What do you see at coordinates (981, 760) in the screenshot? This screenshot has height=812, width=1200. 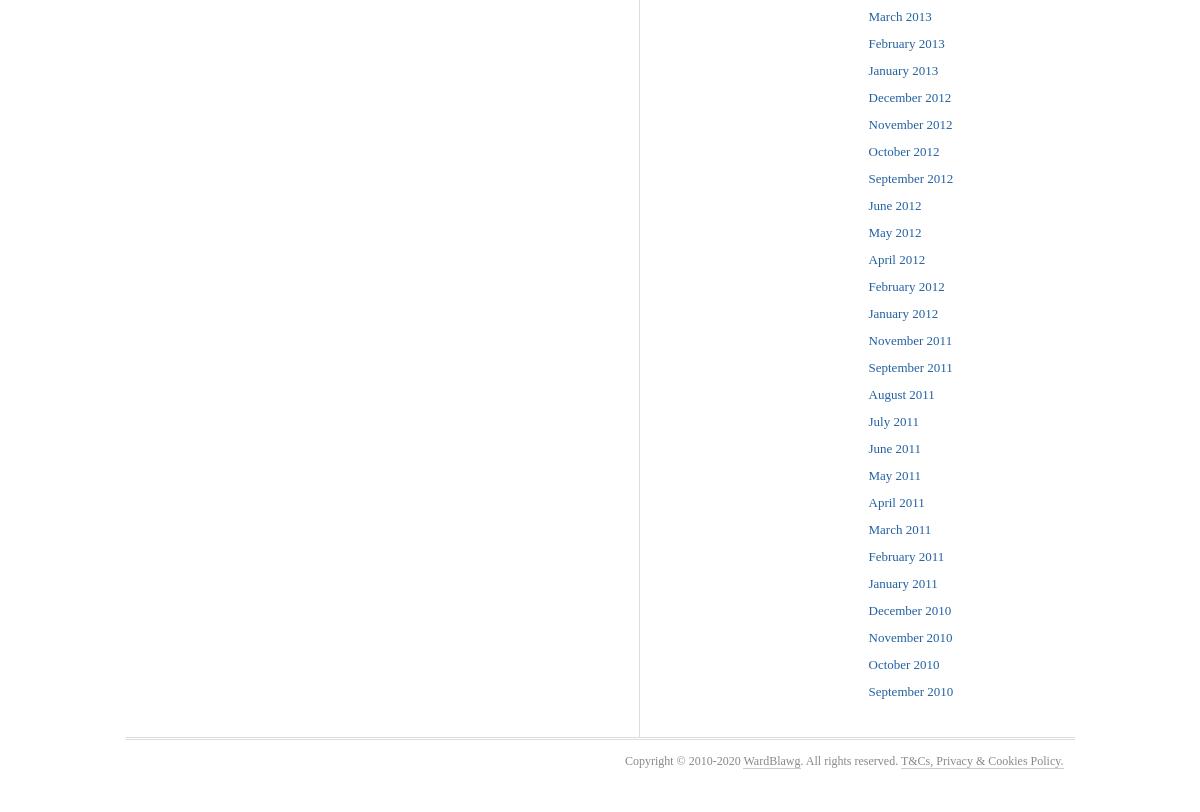 I see `'T&Cs, Privacy & Cookies Policy.'` at bounding box center [981, 760].